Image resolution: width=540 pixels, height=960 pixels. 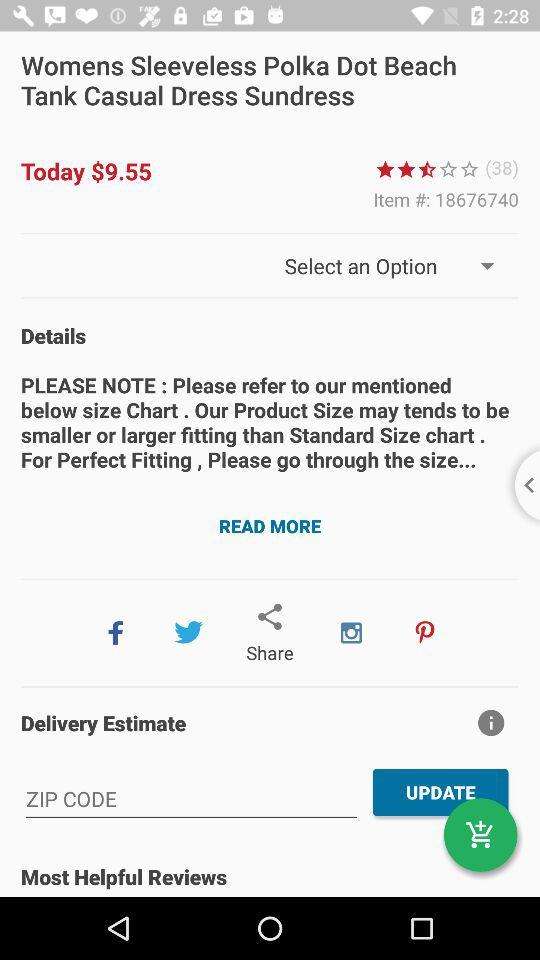 I want to click on the read more button, so click(x=270, y=525).